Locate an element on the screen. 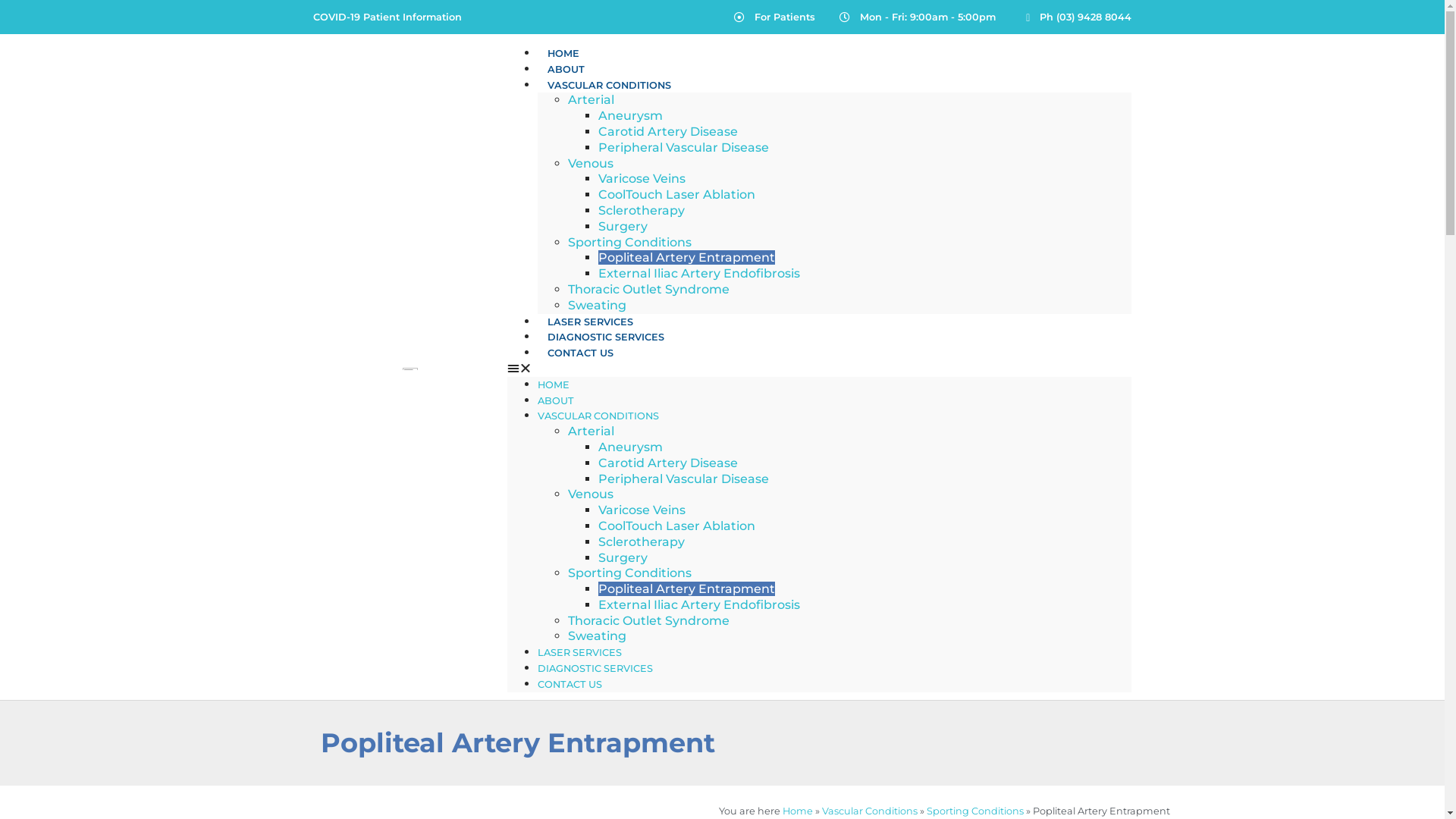 Image resolution: width=1456 pixels, height=819 pixels. 'Peripheral Vascular Disease' is located at coordinates (682, 147).